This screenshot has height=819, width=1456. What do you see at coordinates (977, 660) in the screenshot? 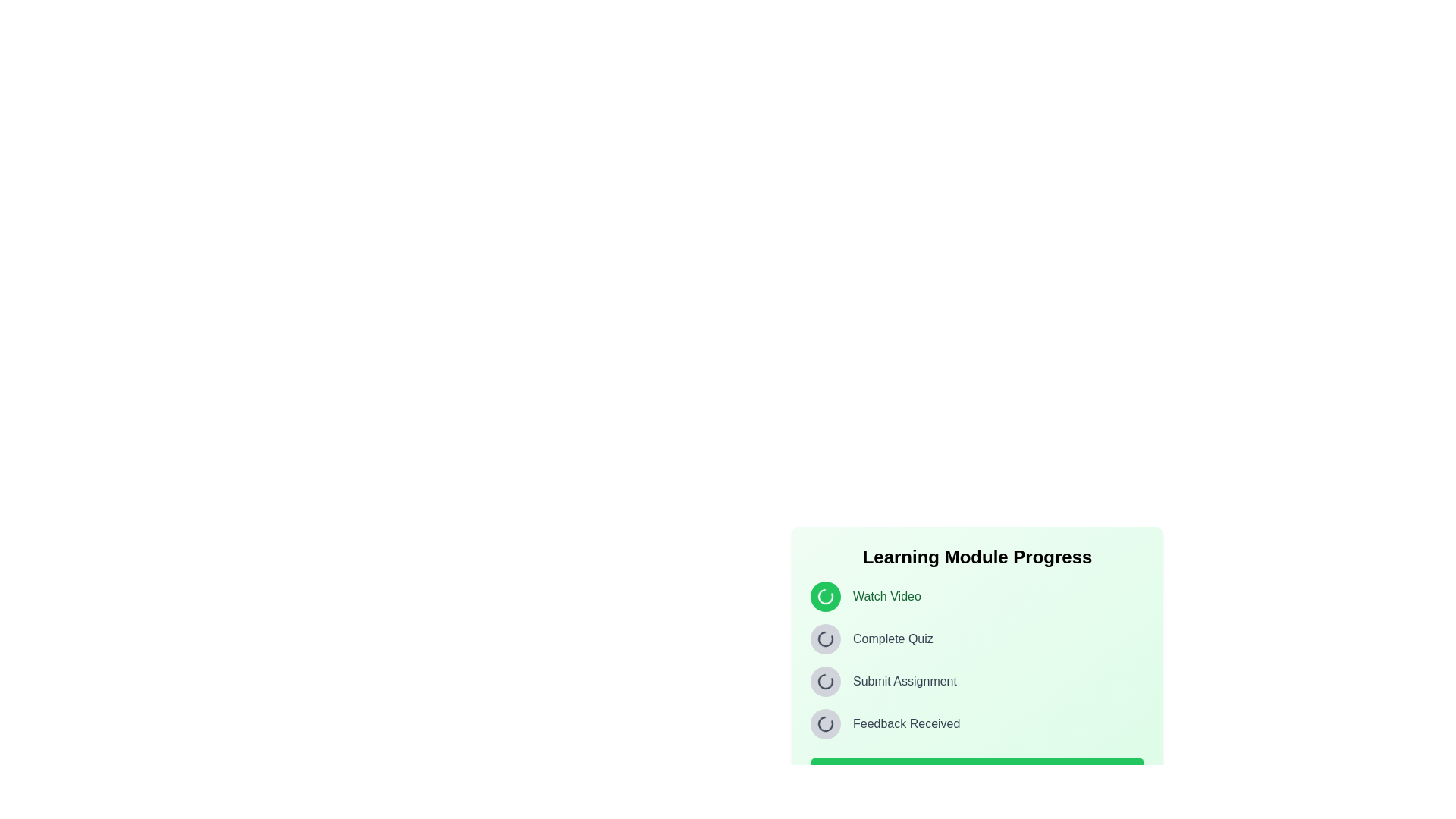
I see `the individual tasks in the vertical task list with progress indicators to interact with potential tooltips` at bounding box center [977, 660].